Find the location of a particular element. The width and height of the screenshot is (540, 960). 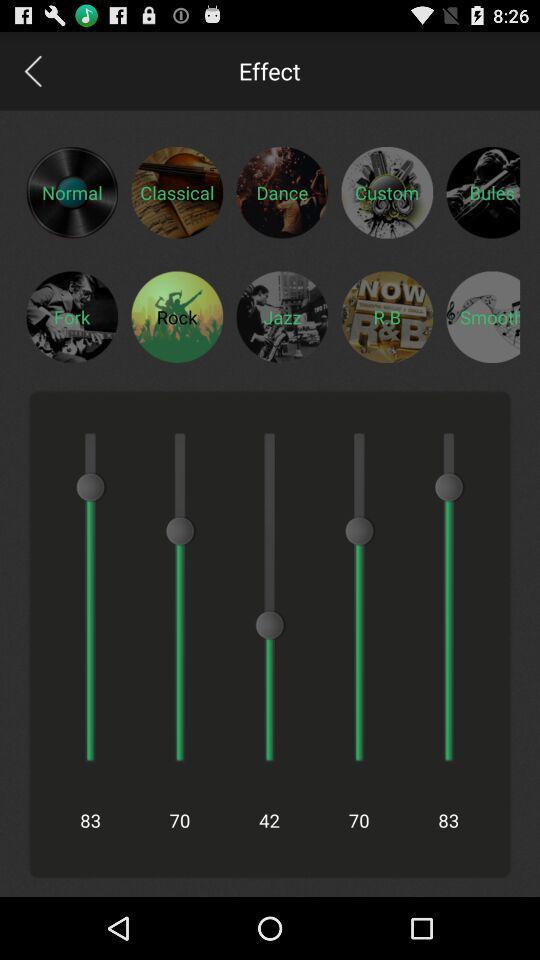

pick option classical effect is located at coordinates (177, 192).